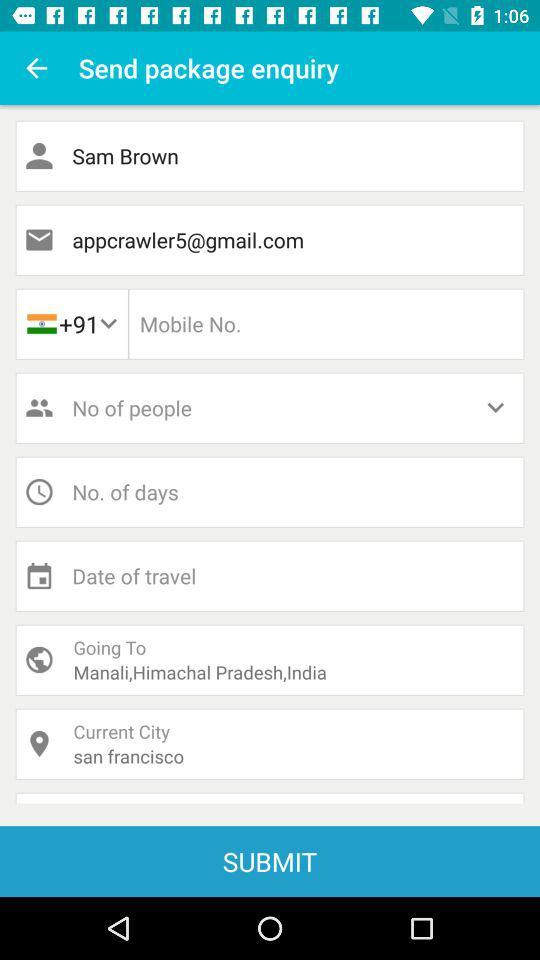 Image resolution: width=540 pixels, height=960 pixels. Describe the element at coordinates (270, 491) in the screenshot. I see `write the number of days` at that location.